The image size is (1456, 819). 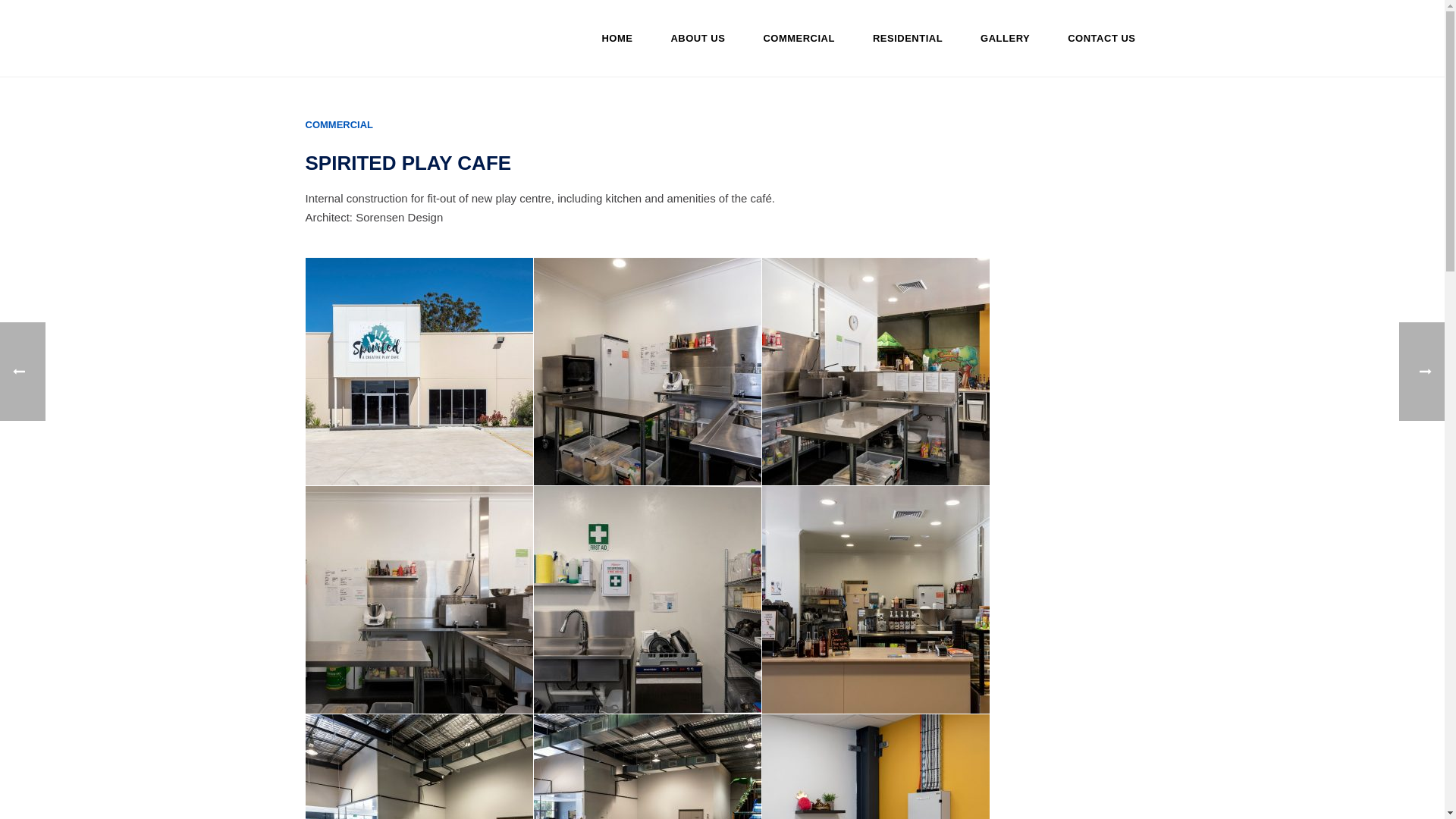 I want to click on 'HOME', so click(x=582, y=37).